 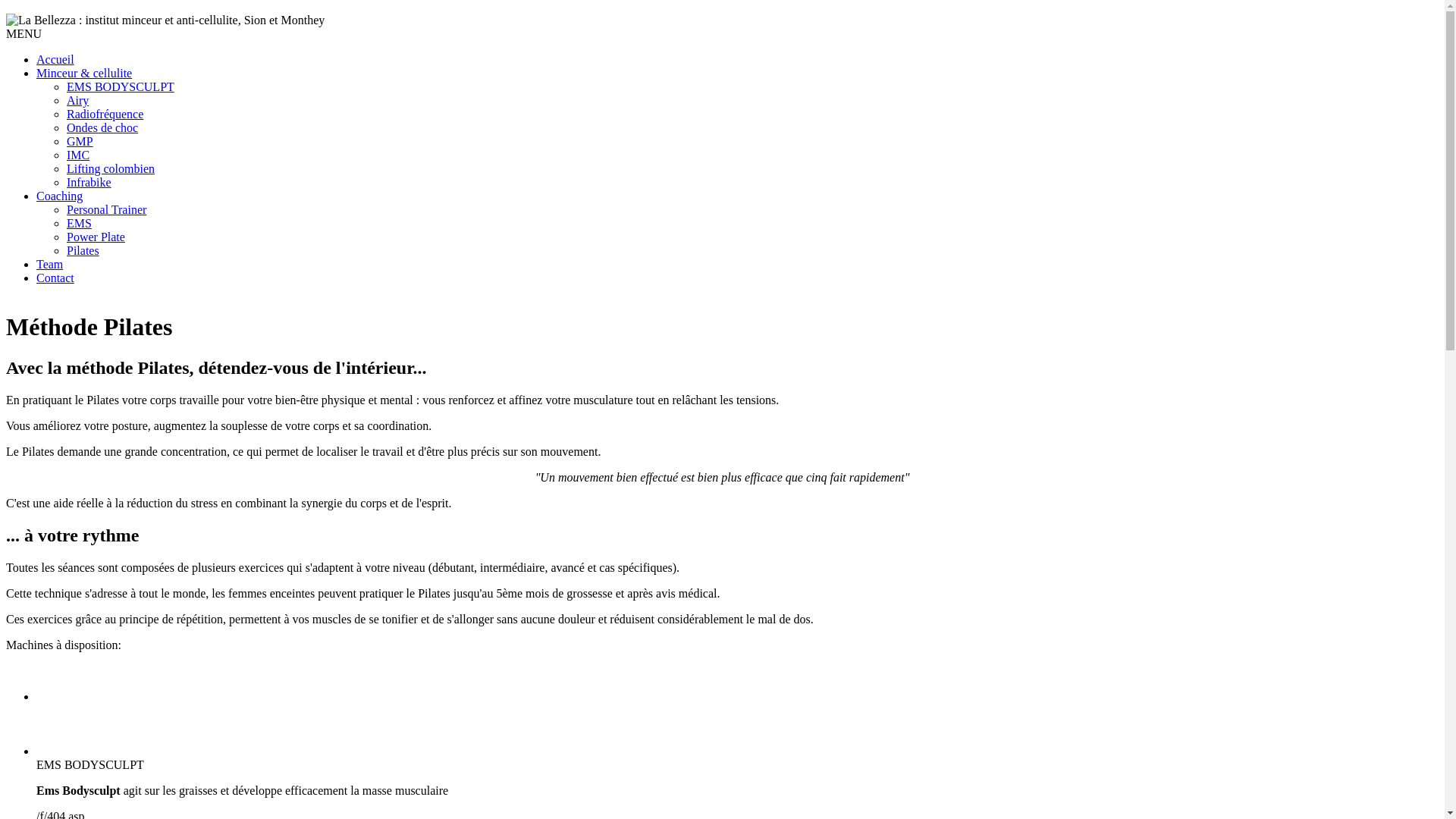 I want to click on 'Lifting colombien', so click(x=109, y=168).